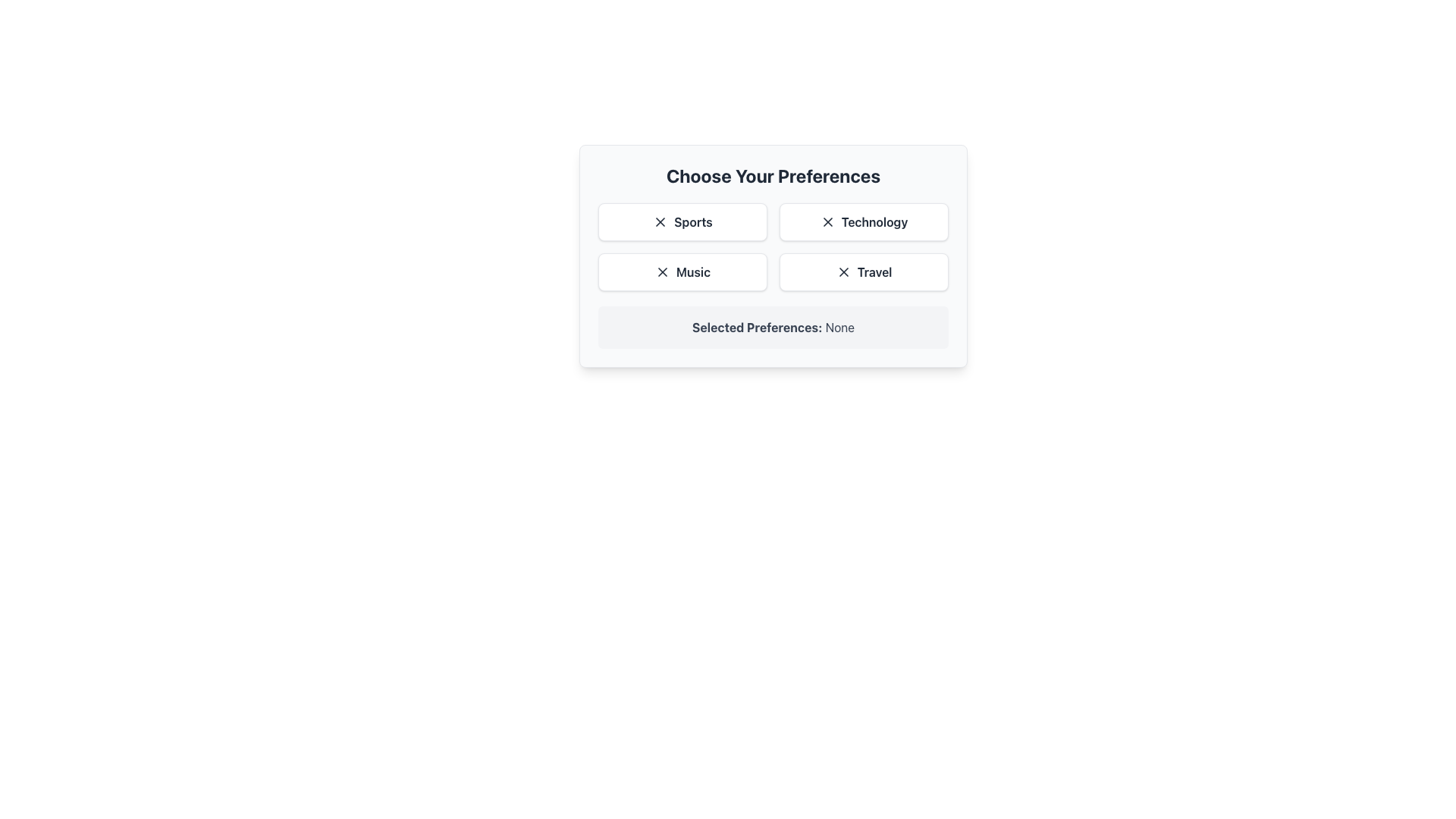  I want to click on the 'X' icon located to the left of the 'Technology' label to deselect the 'Technology' option, so click(827, 222).